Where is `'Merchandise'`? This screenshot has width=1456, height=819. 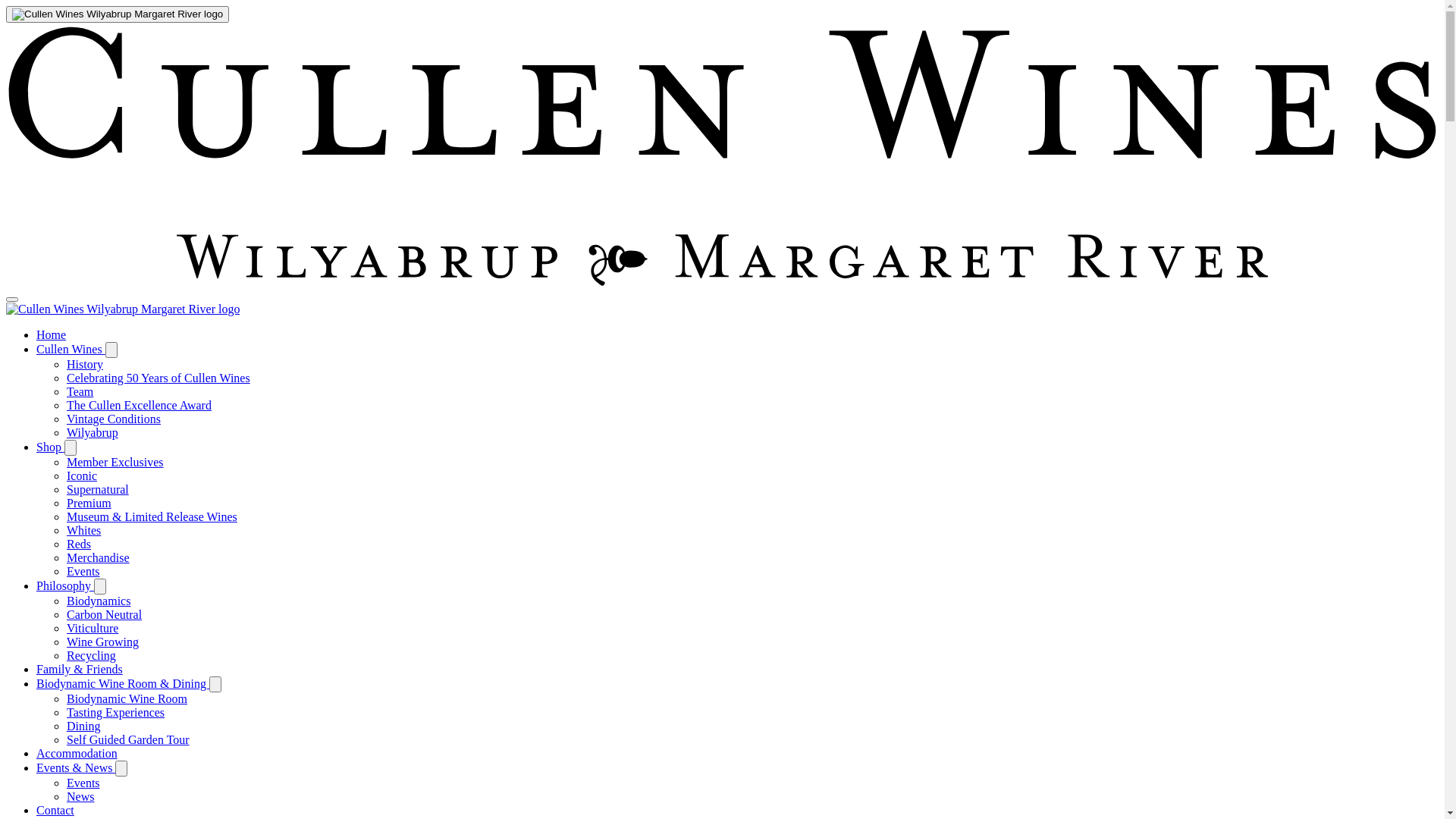 'Merchandise' is located at coordinates (97, 557).